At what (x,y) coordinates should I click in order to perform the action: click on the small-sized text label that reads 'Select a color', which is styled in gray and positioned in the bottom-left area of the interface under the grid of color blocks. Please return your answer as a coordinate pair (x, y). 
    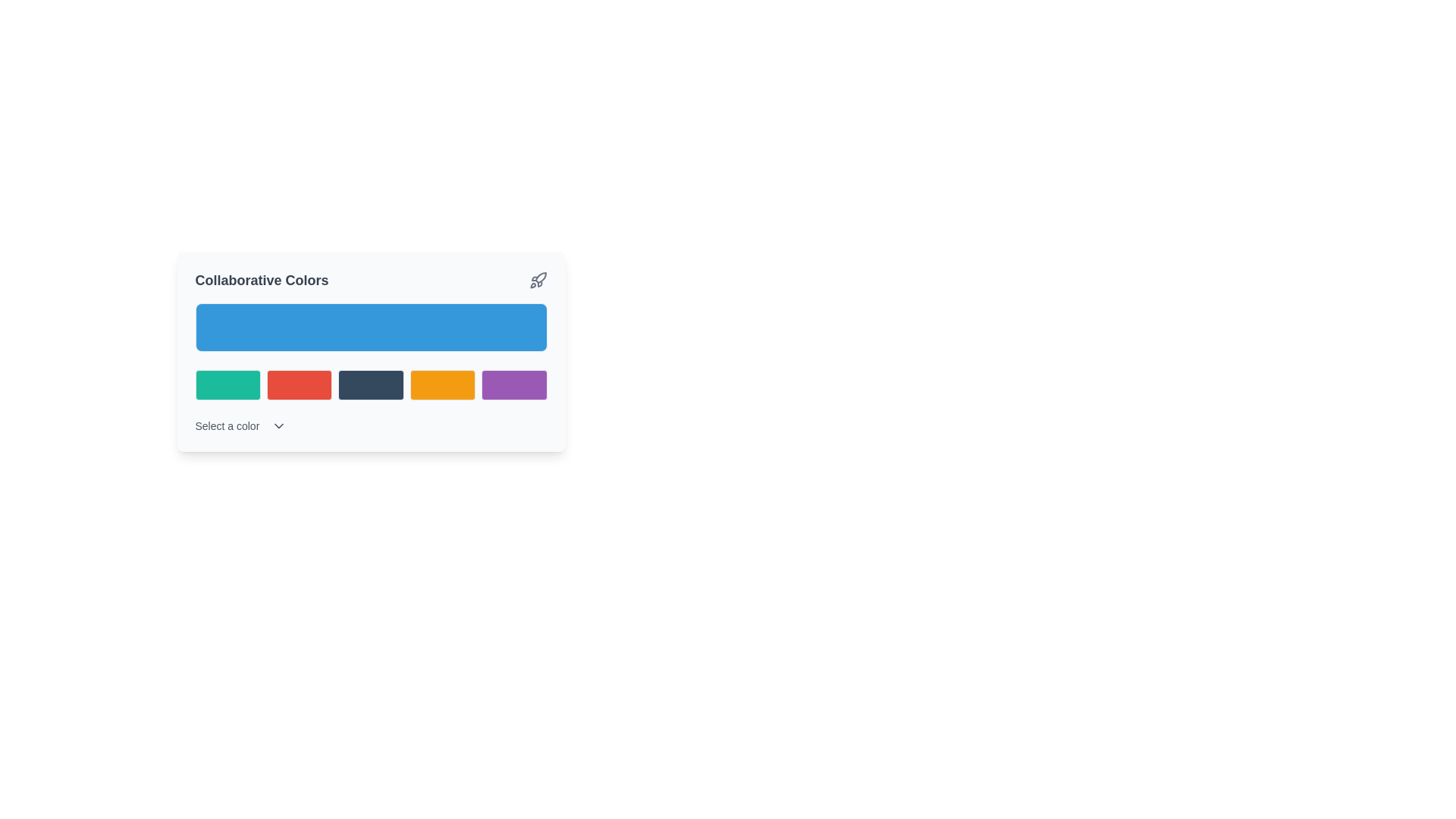
    Looking at the image, I should click on (226, 426).